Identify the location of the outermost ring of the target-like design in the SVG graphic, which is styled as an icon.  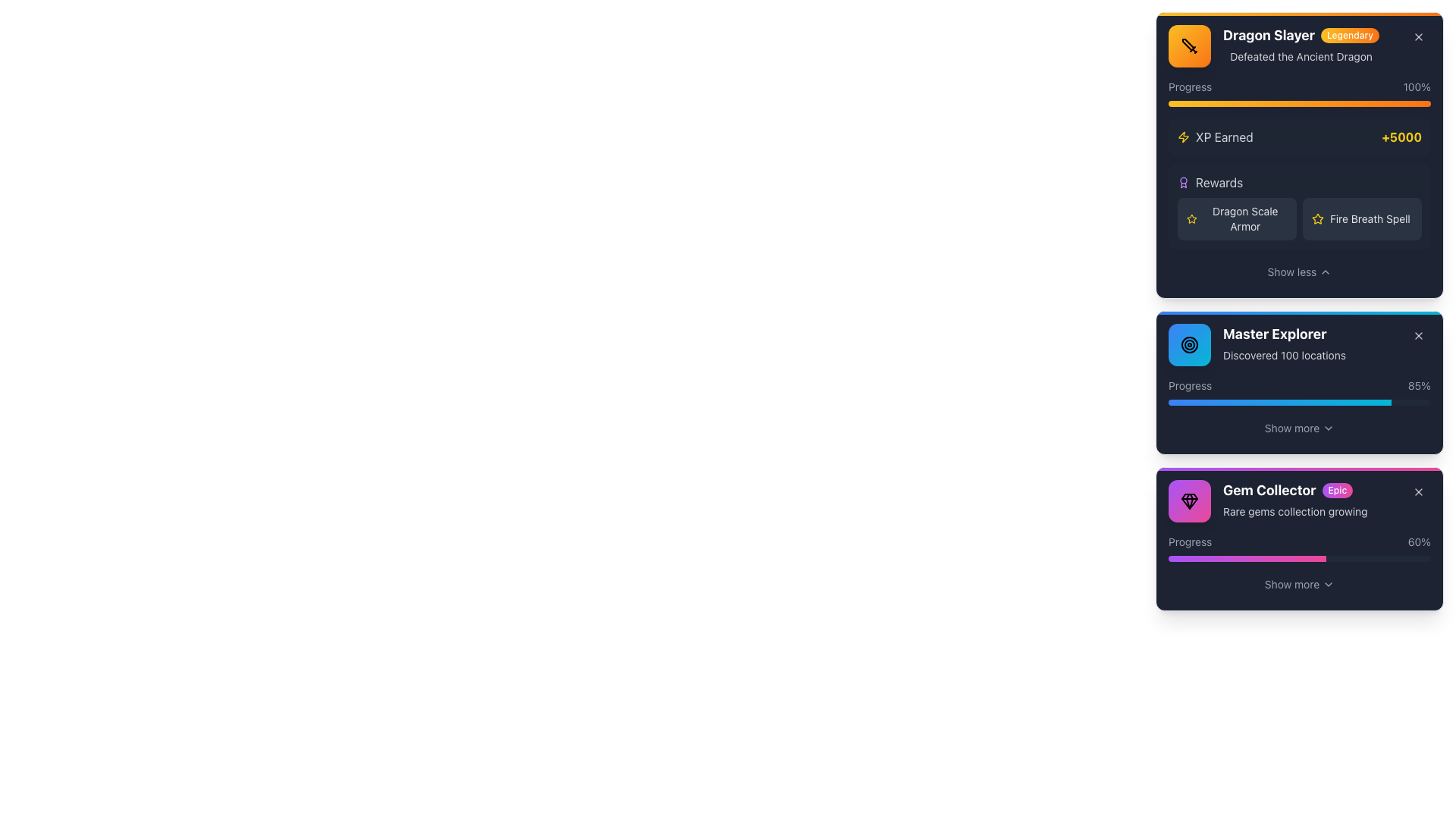
(1189, 345).